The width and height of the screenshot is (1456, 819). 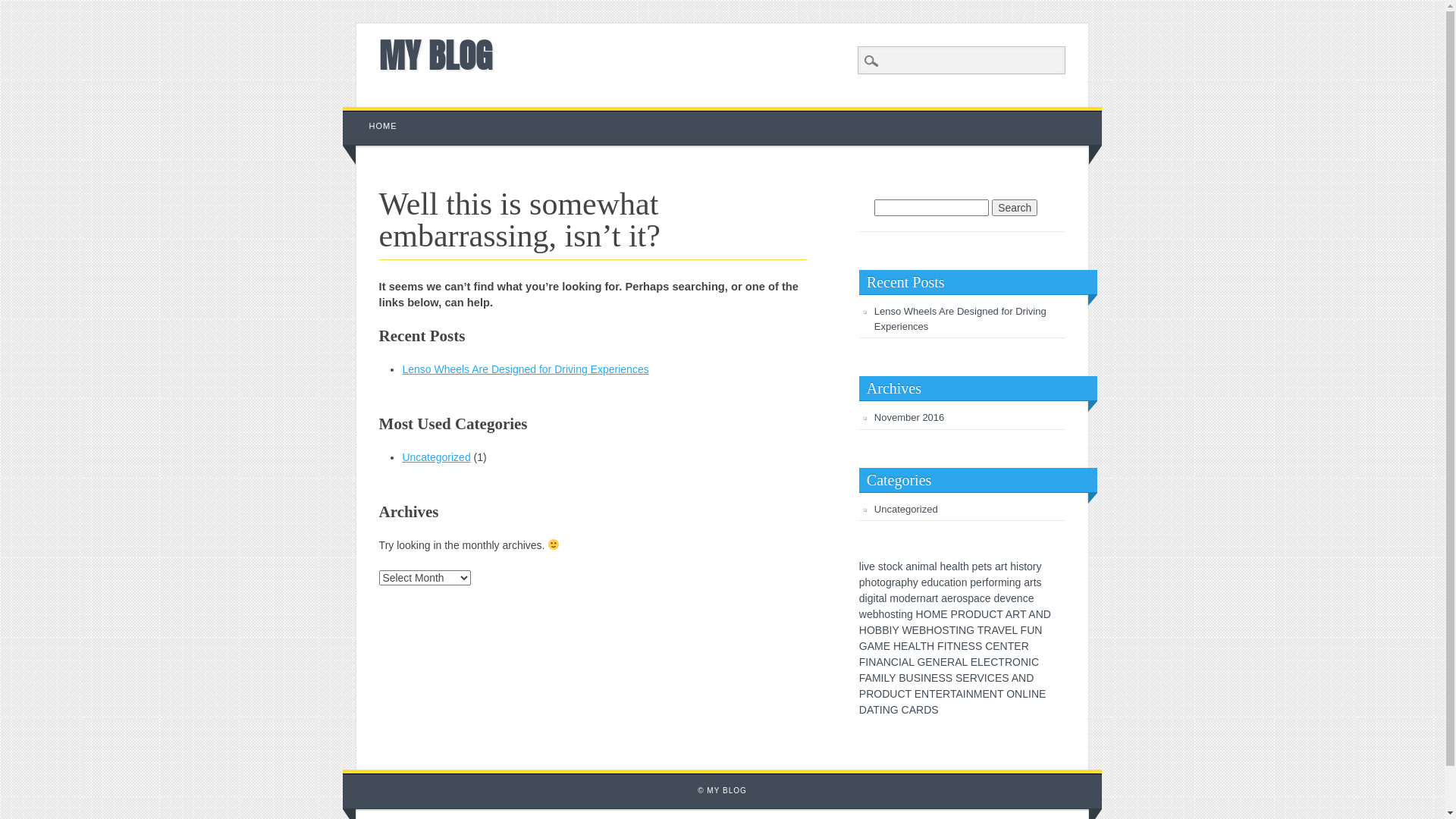 I want to click on 'n', so click(x=1012, y=581).